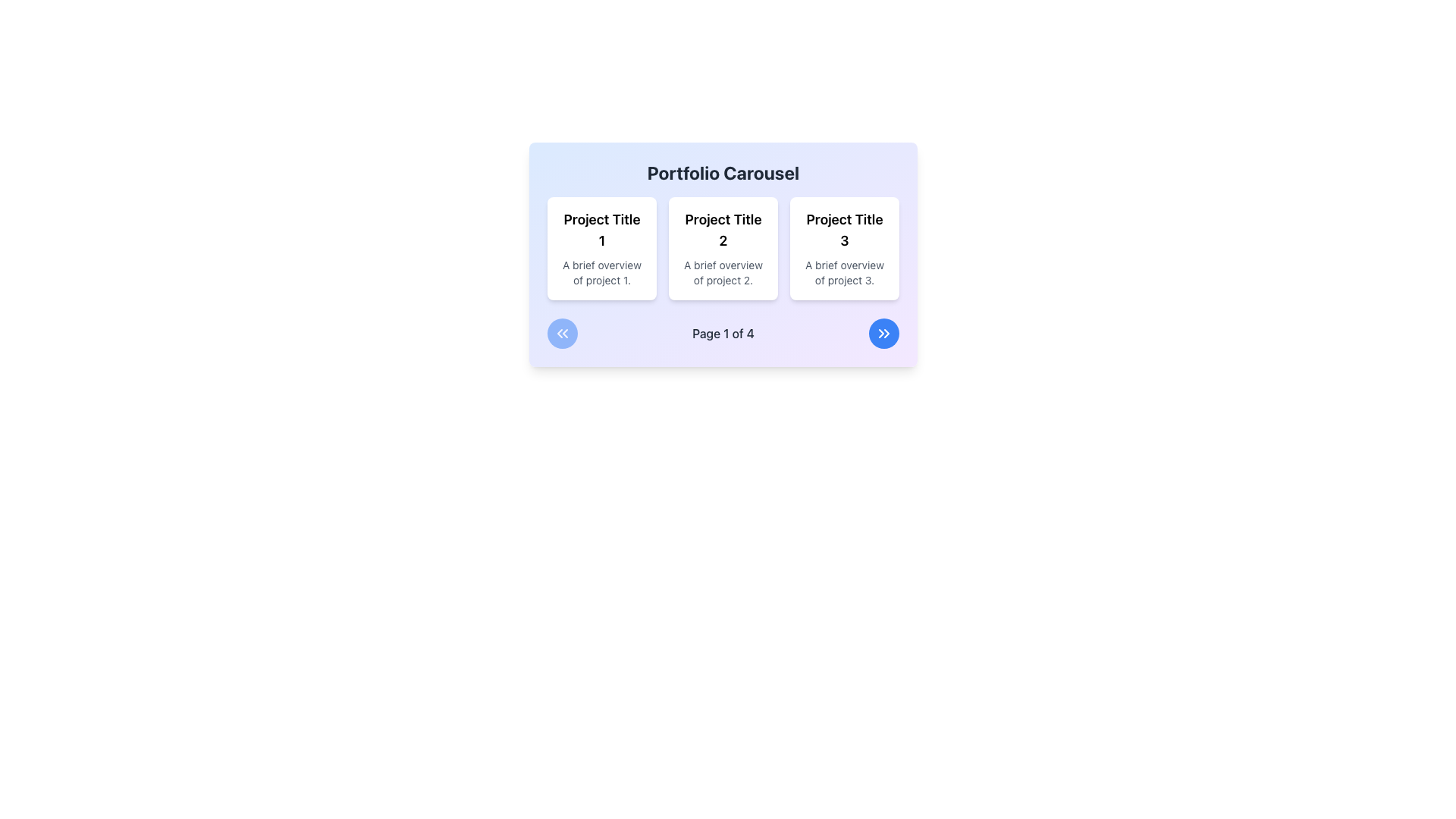 This screenshot has width=1456, height=819. Describe the element at coordinates (884, 332) in the screenshot. I see `the double-chevron right SVG icon within the circular blue button located at the bottom-right corner of the portfolio carousel` at that location.